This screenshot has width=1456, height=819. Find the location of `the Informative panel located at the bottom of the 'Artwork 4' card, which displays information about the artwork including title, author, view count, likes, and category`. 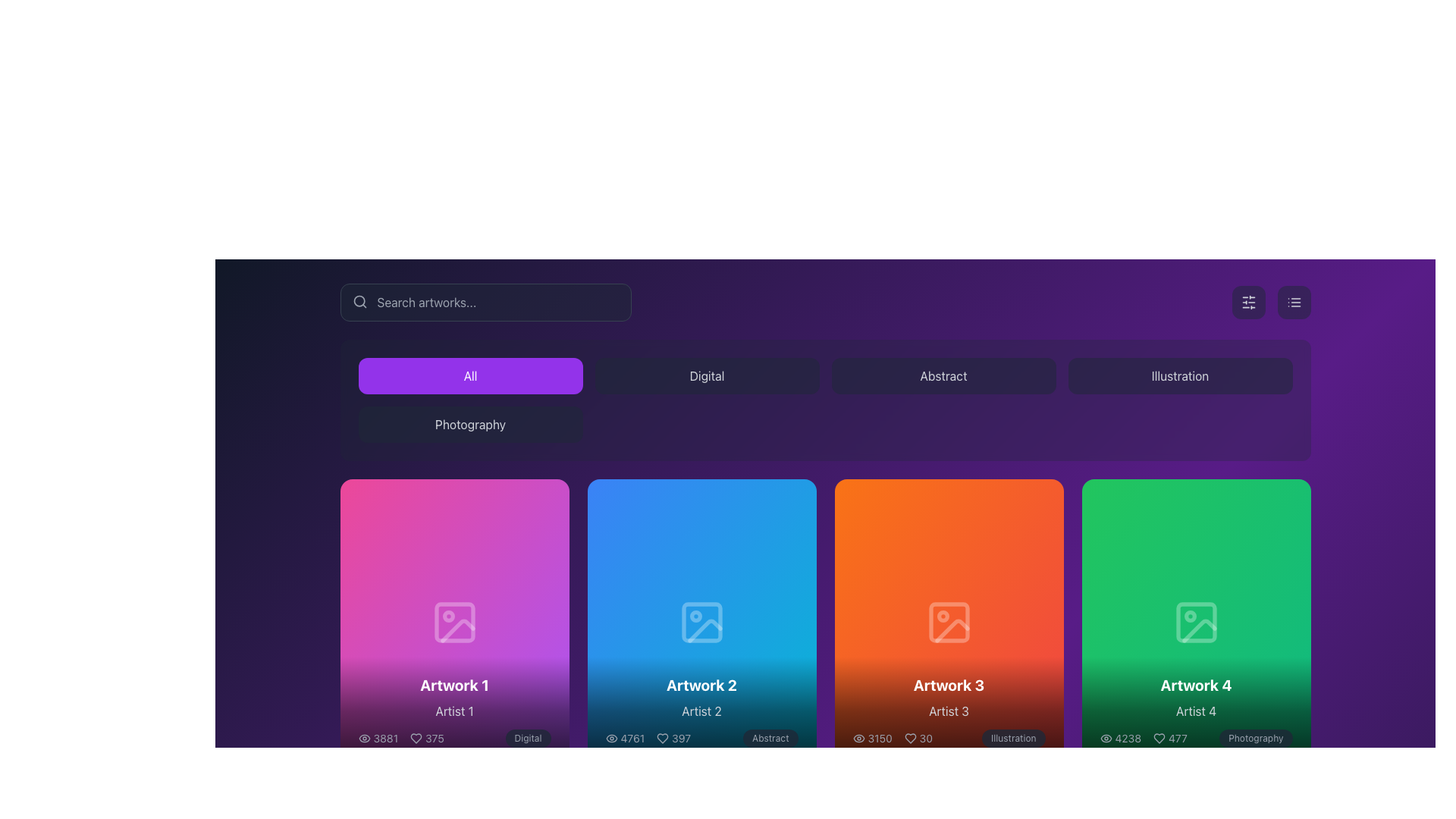

the Informative panel located at the bottom of the 'Artwork 4' card, which displays information about the artwork including title, author, view count, likes, and category is located at coordinates (1195, 711).